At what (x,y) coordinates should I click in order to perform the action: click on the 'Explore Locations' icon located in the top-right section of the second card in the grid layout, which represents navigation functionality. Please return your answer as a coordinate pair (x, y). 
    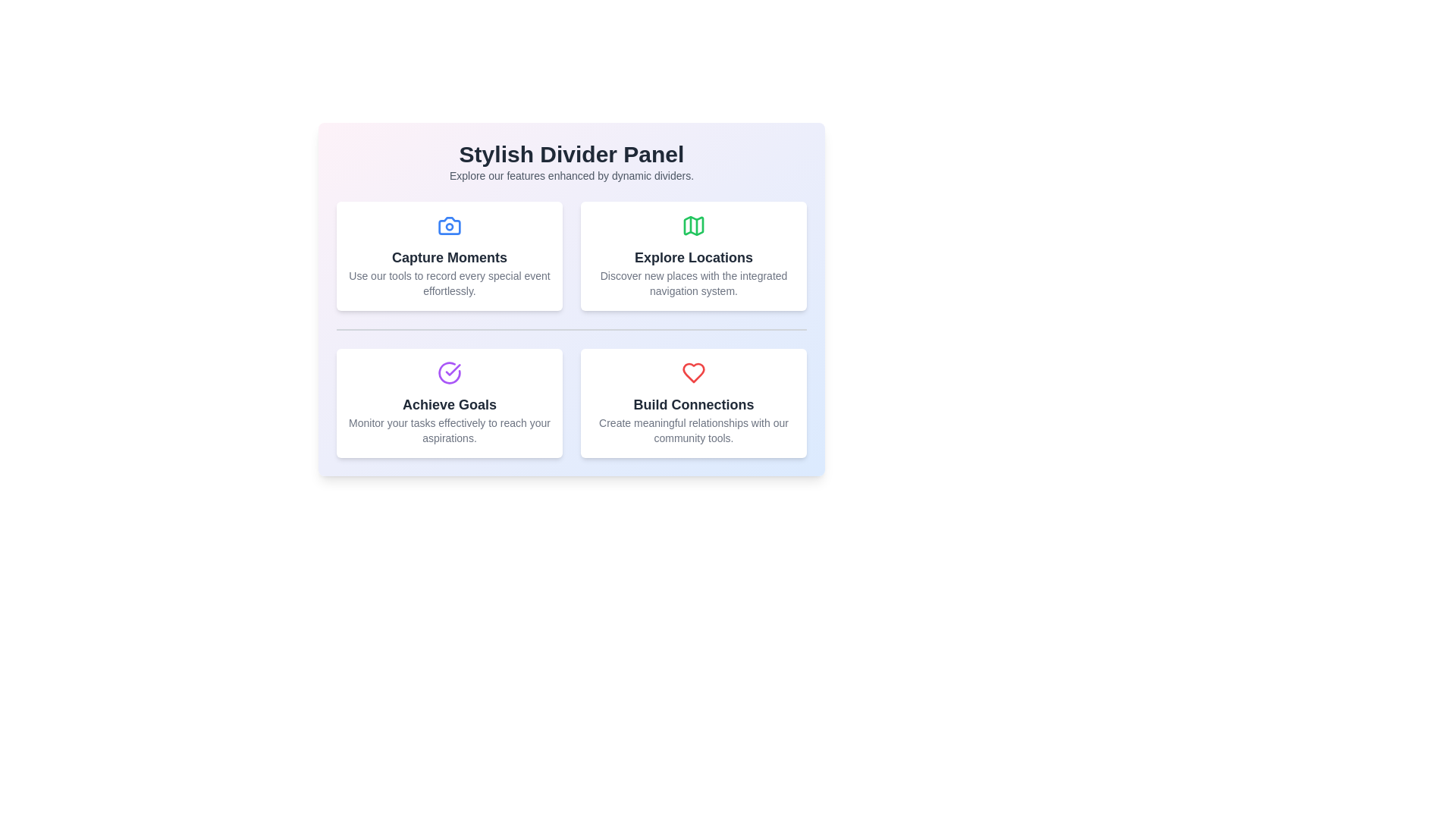
    Looking at the image, I should click on (693, 225).